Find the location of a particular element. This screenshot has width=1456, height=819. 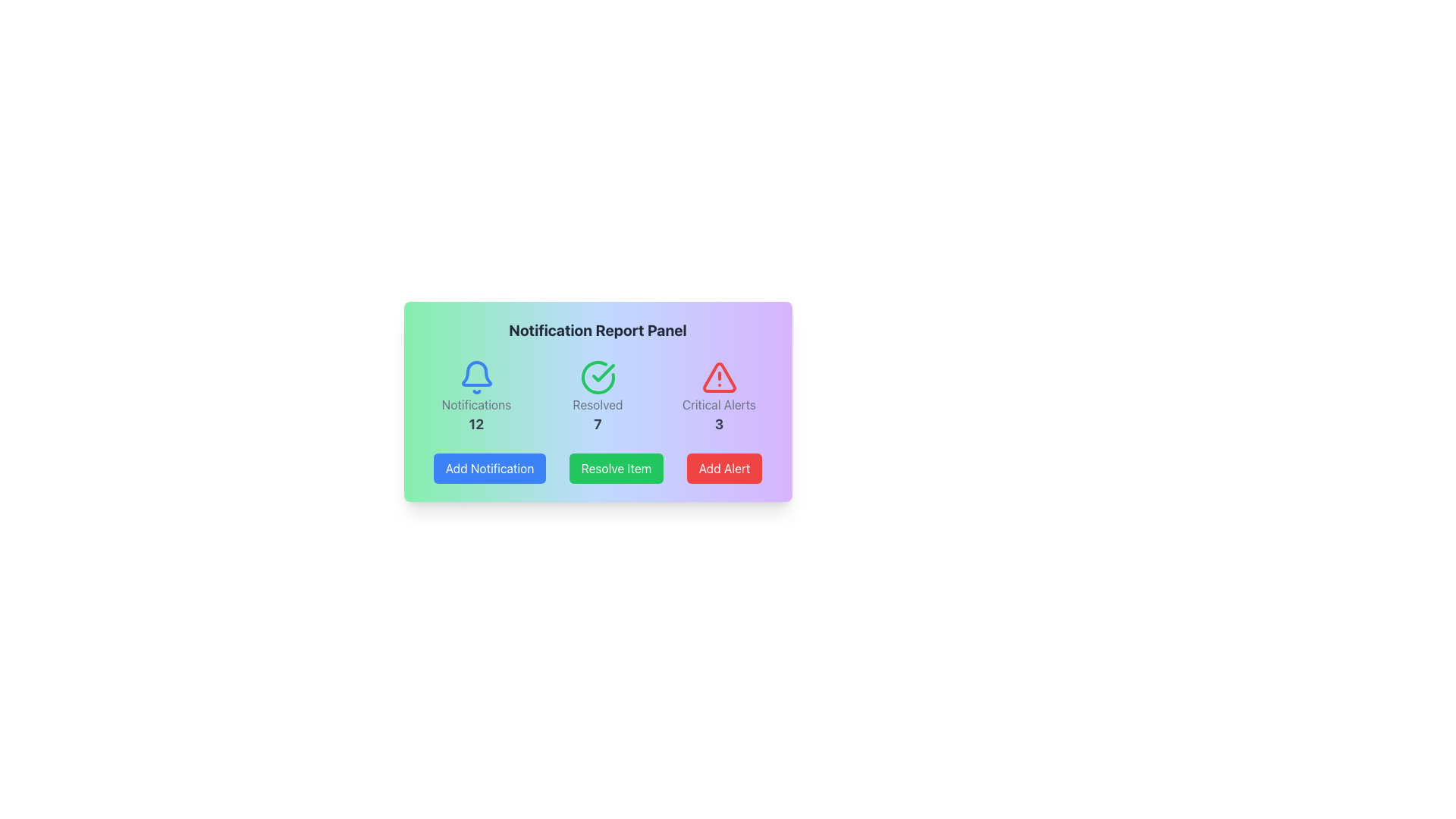

the Informational display element labeled 'Notifications' that features a blue bell icon, gray text, and a bold black counter of '12' is located at coordinates (475, 397).